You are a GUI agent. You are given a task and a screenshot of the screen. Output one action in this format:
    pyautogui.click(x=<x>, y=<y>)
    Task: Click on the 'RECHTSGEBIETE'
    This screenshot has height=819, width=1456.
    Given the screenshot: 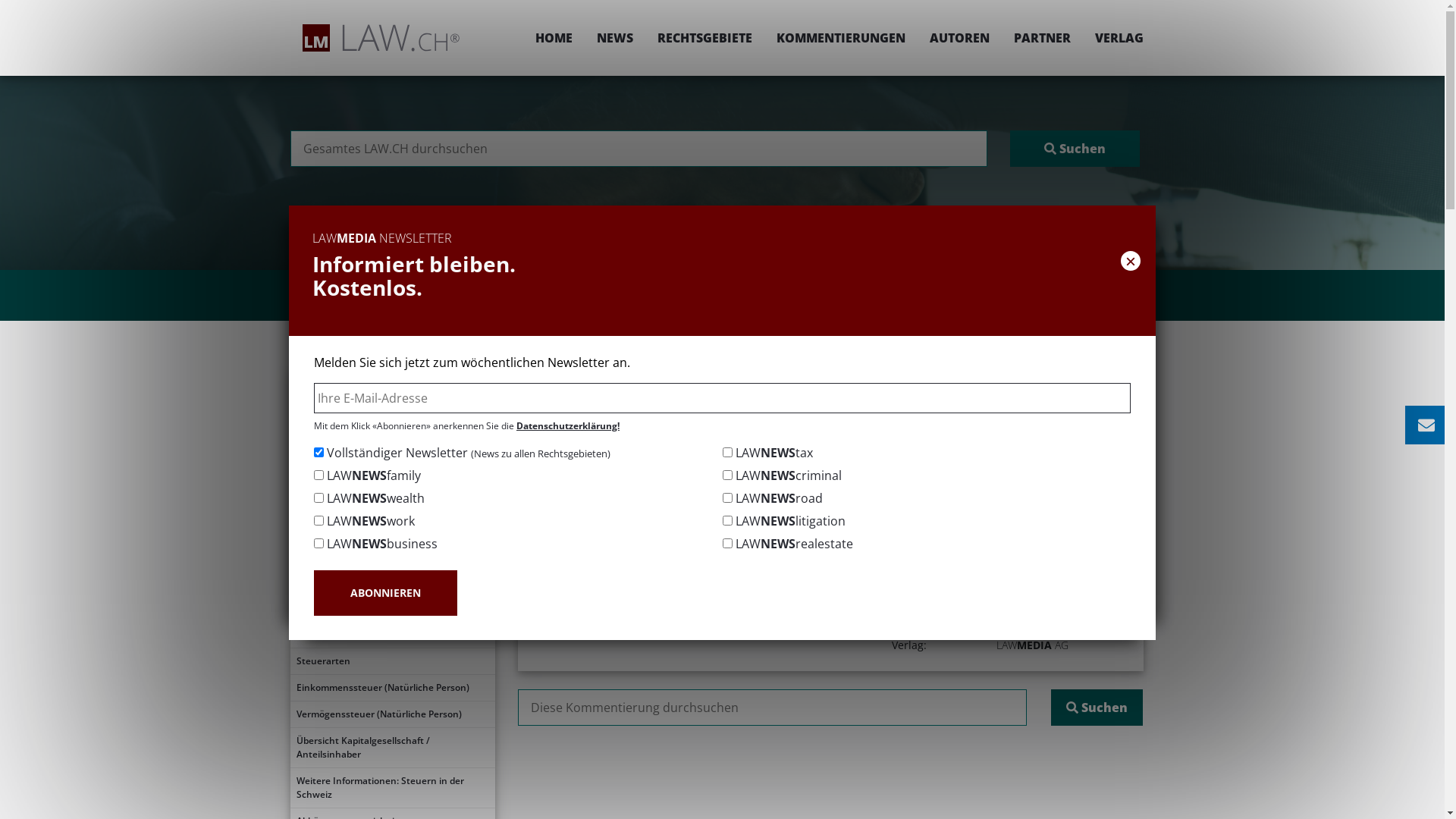 What is the action you would take?
    pyautogui.click(x=703, y=37)
    